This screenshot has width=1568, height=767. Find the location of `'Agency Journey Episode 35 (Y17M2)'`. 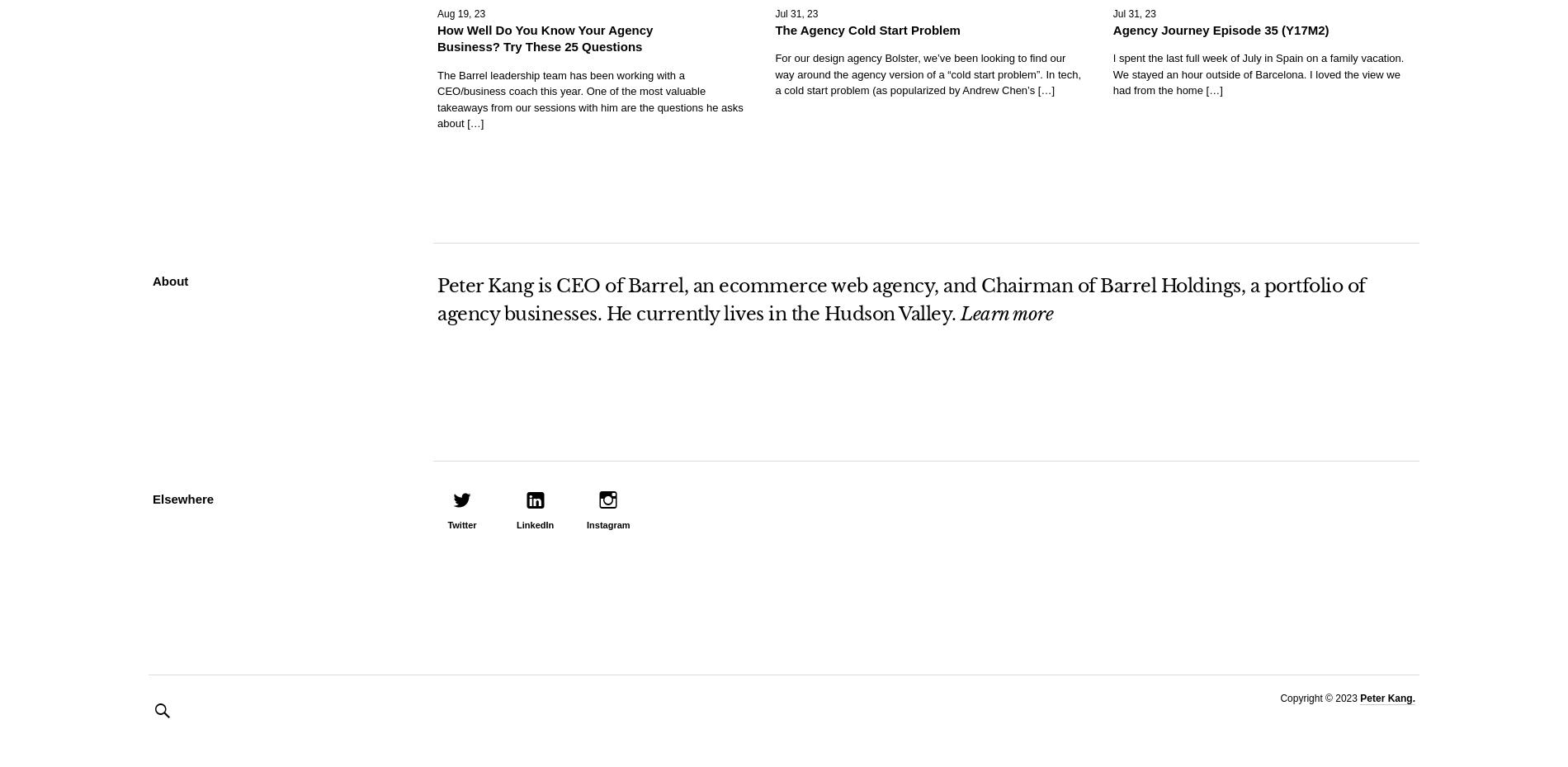

'Agency Journey Episode 35 (Y17M2)' is located at coordinates (1220, 29).